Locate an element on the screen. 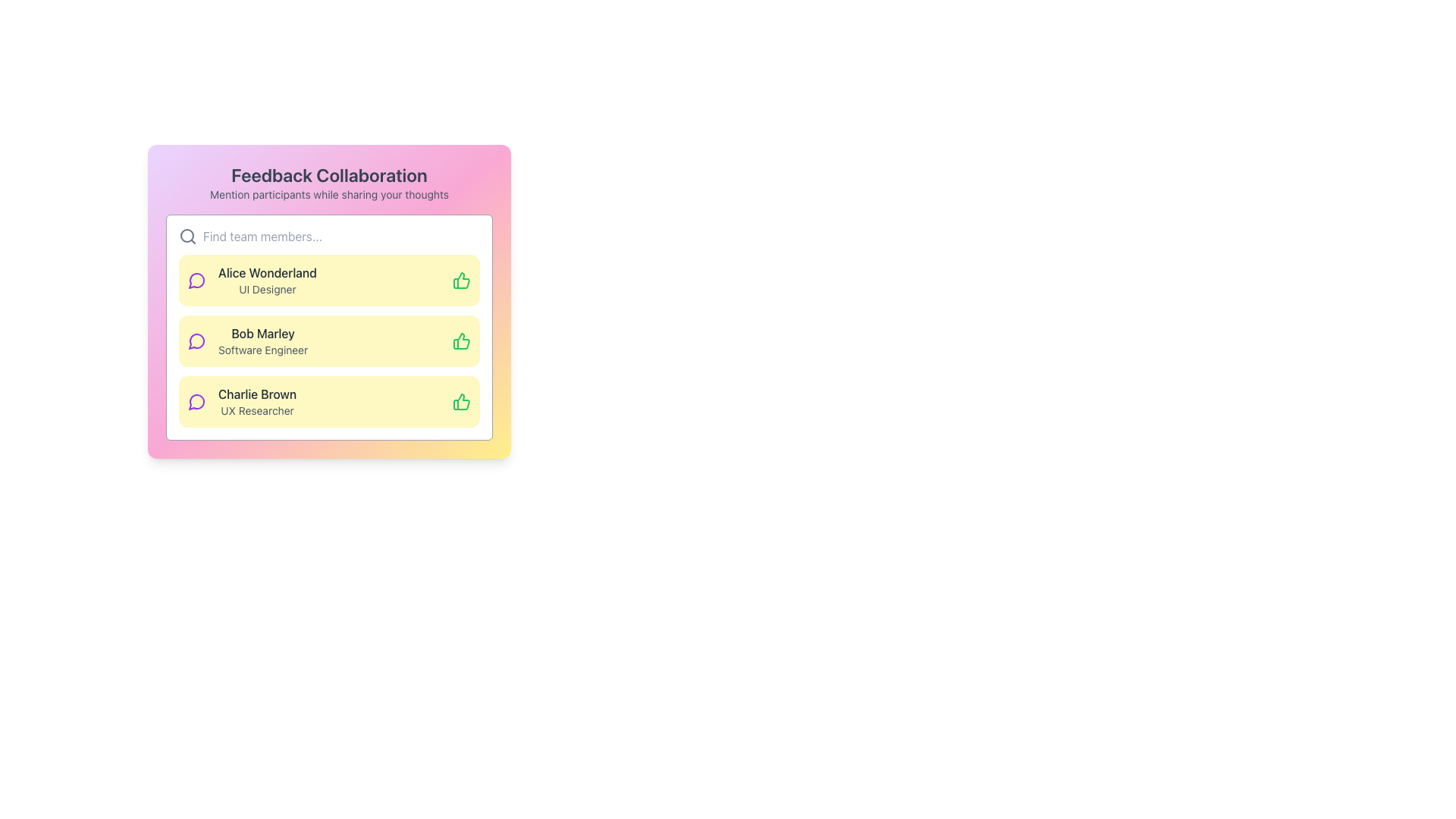  the clickable card entry for 'Bob Marley', which is the second card in a vertical list is located at coordinates (328, 327).